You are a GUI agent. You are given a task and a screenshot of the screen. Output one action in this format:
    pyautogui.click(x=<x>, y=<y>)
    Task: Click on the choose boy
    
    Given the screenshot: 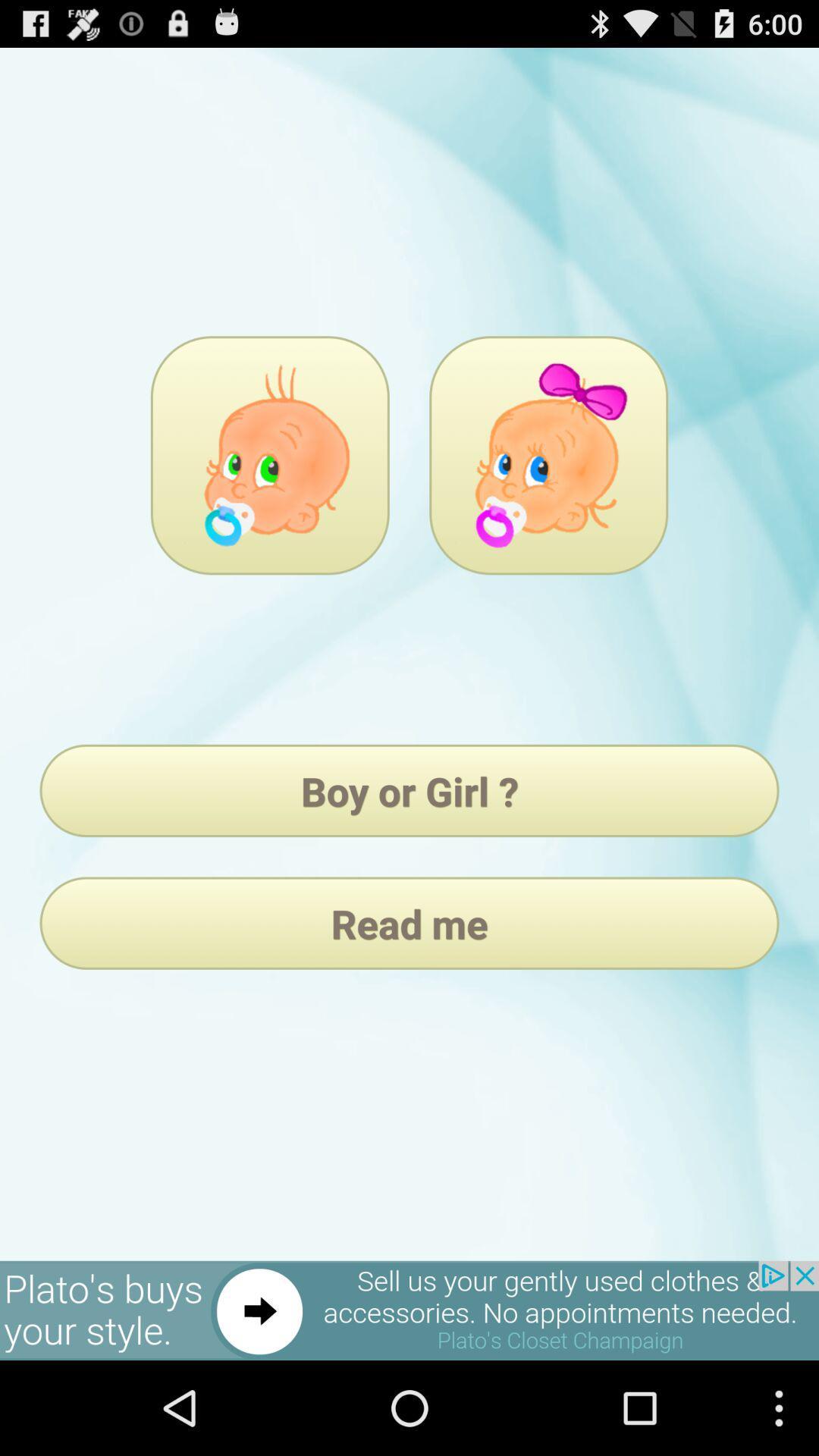 What is the action you would take?
    pyautogui.click(x=269, y=454)
    